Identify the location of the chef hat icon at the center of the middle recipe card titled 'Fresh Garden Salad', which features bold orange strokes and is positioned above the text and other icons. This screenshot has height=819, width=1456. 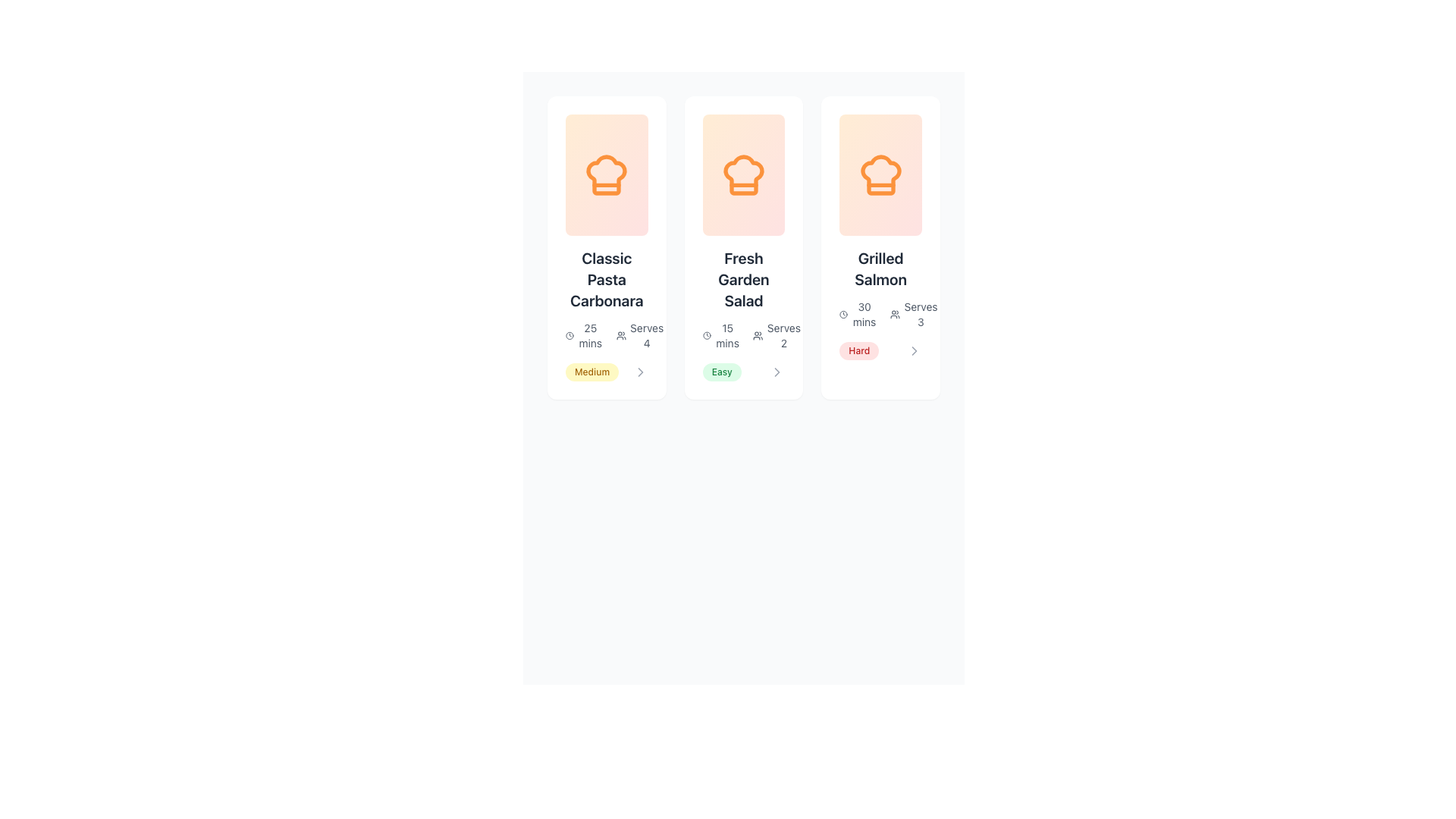
(743, 174).